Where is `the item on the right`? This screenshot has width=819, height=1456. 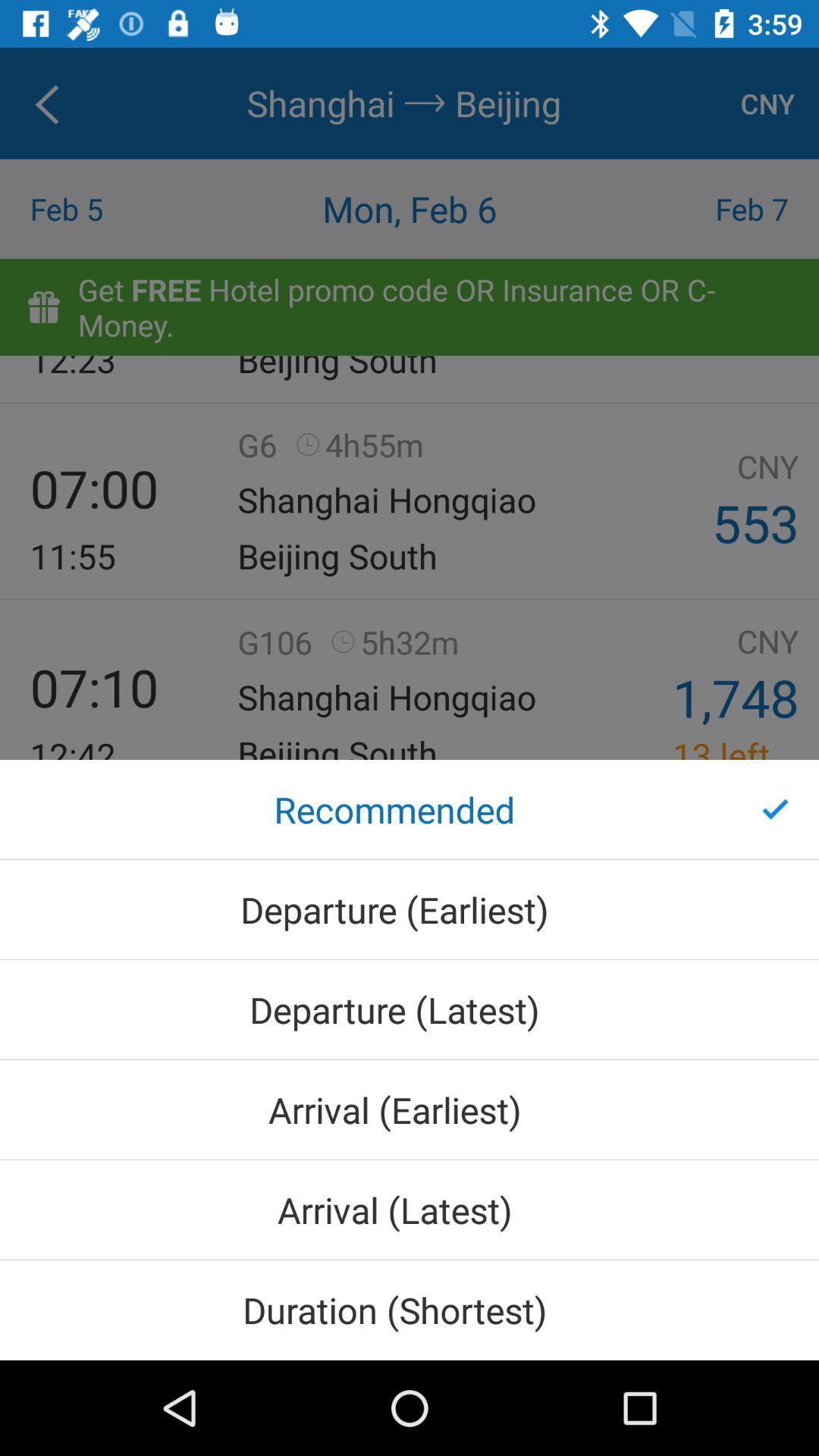
the item on the right is located at coordinates (774, 808).